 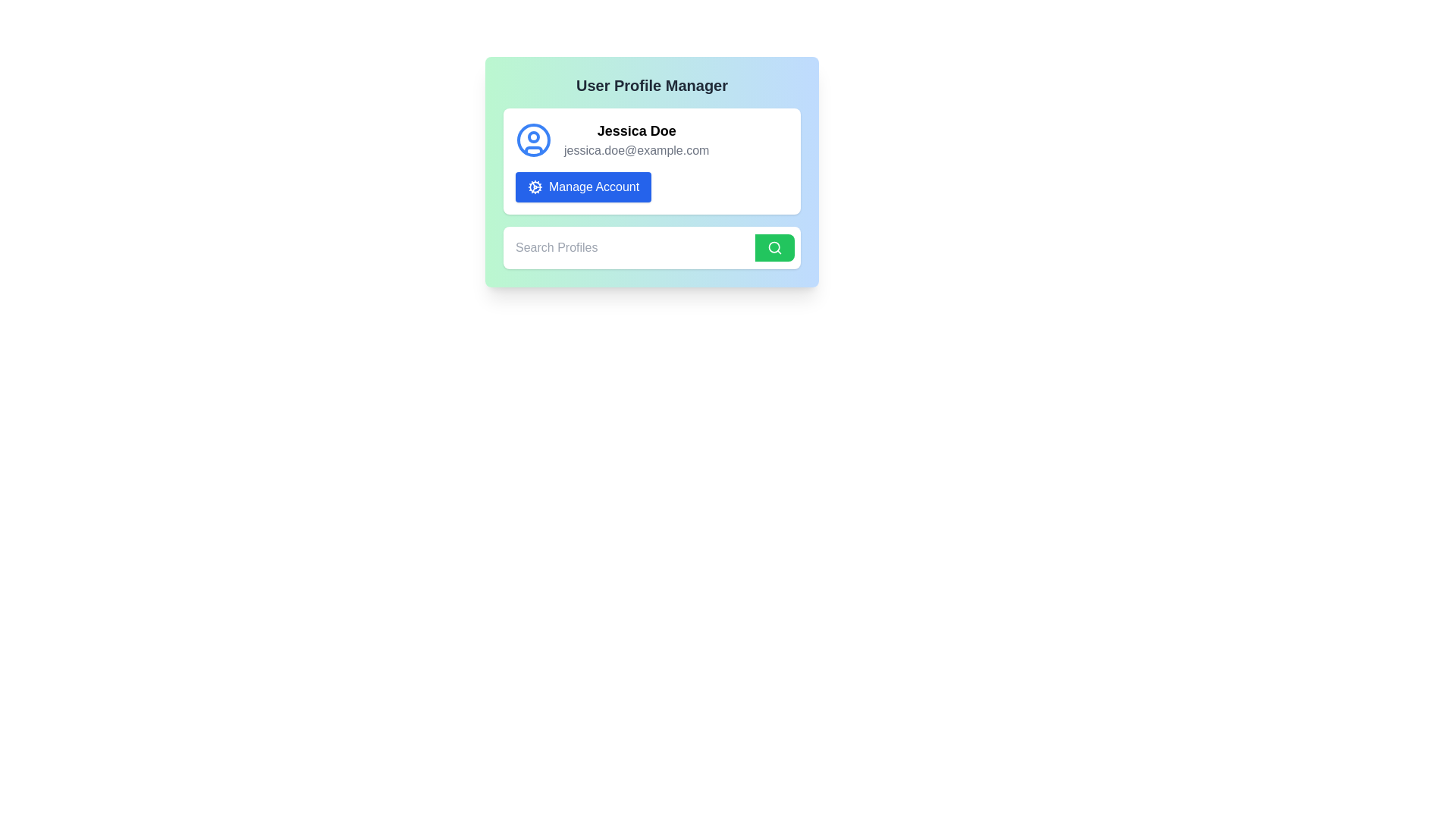 What do you see at coordinates (534, 137) in the screenshot?
I see `the circular element within the user profile icon, which is positioned slightly above the center of the circular frame` at bounding box center [534, 137].